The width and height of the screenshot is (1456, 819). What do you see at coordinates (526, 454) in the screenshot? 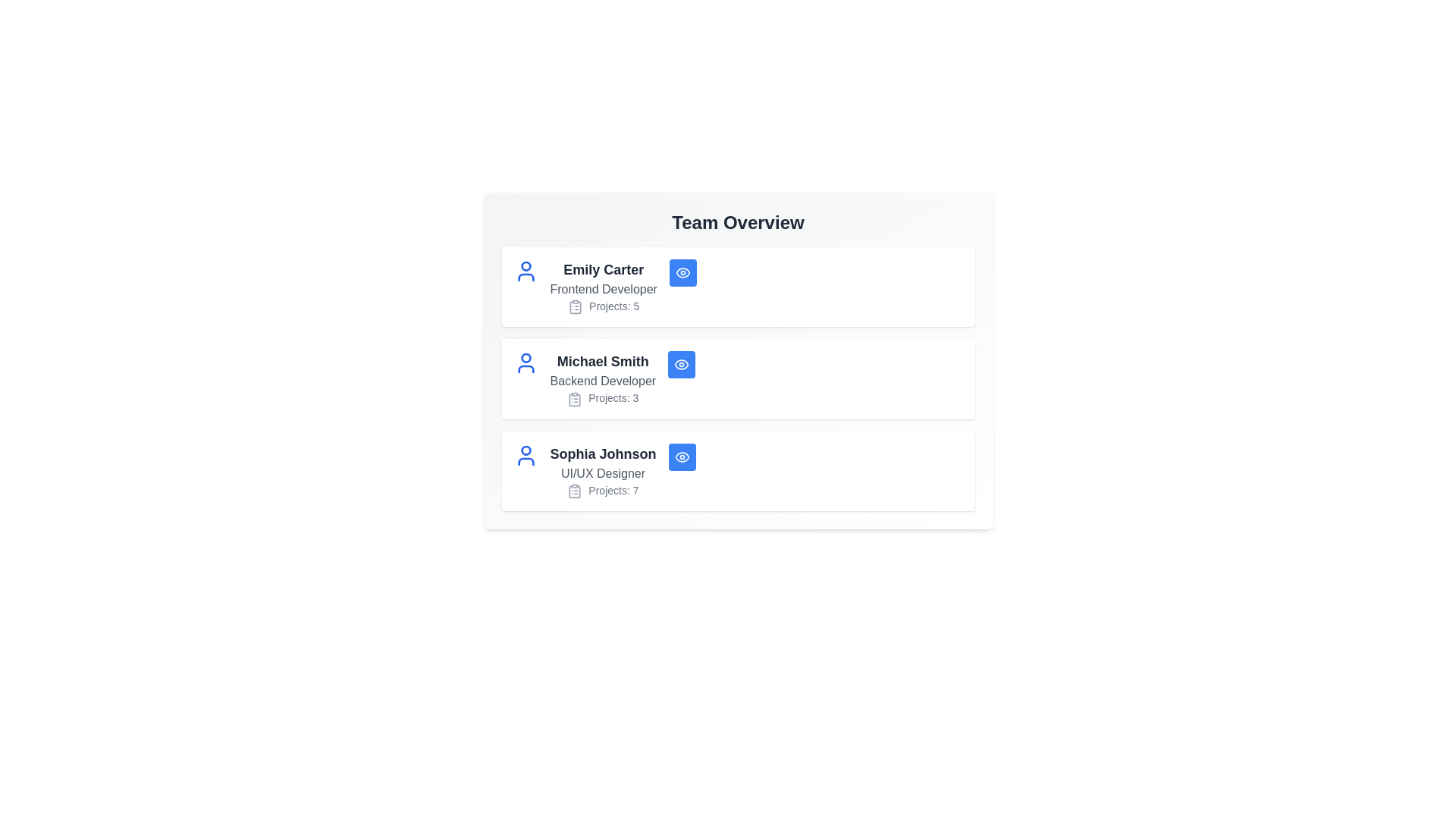
I see `the icon representing a team member identified by Sophia Johnson` at bounding box center [526, 454].